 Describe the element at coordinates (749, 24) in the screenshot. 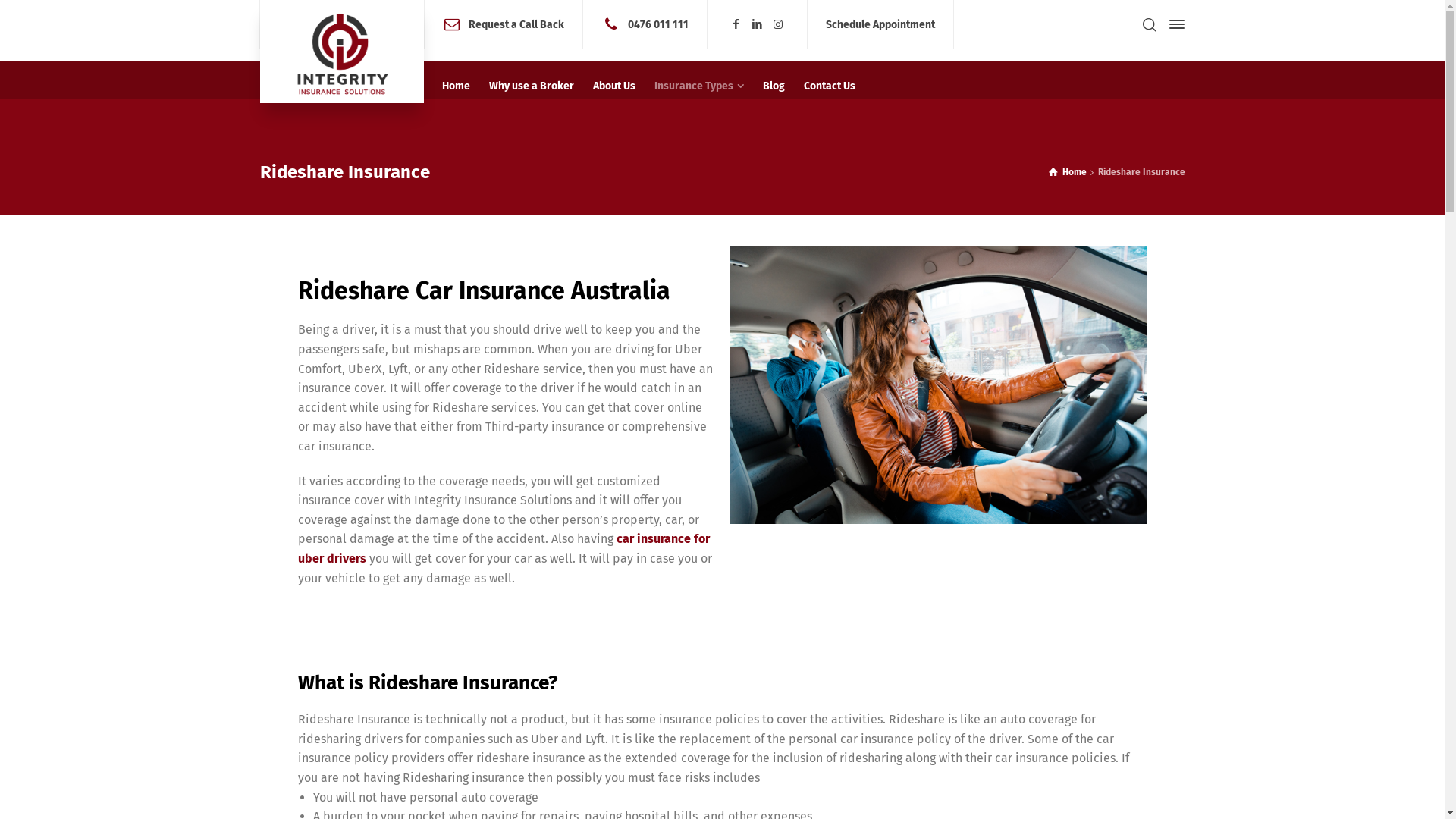

I see `'Linkedin'` at that location.